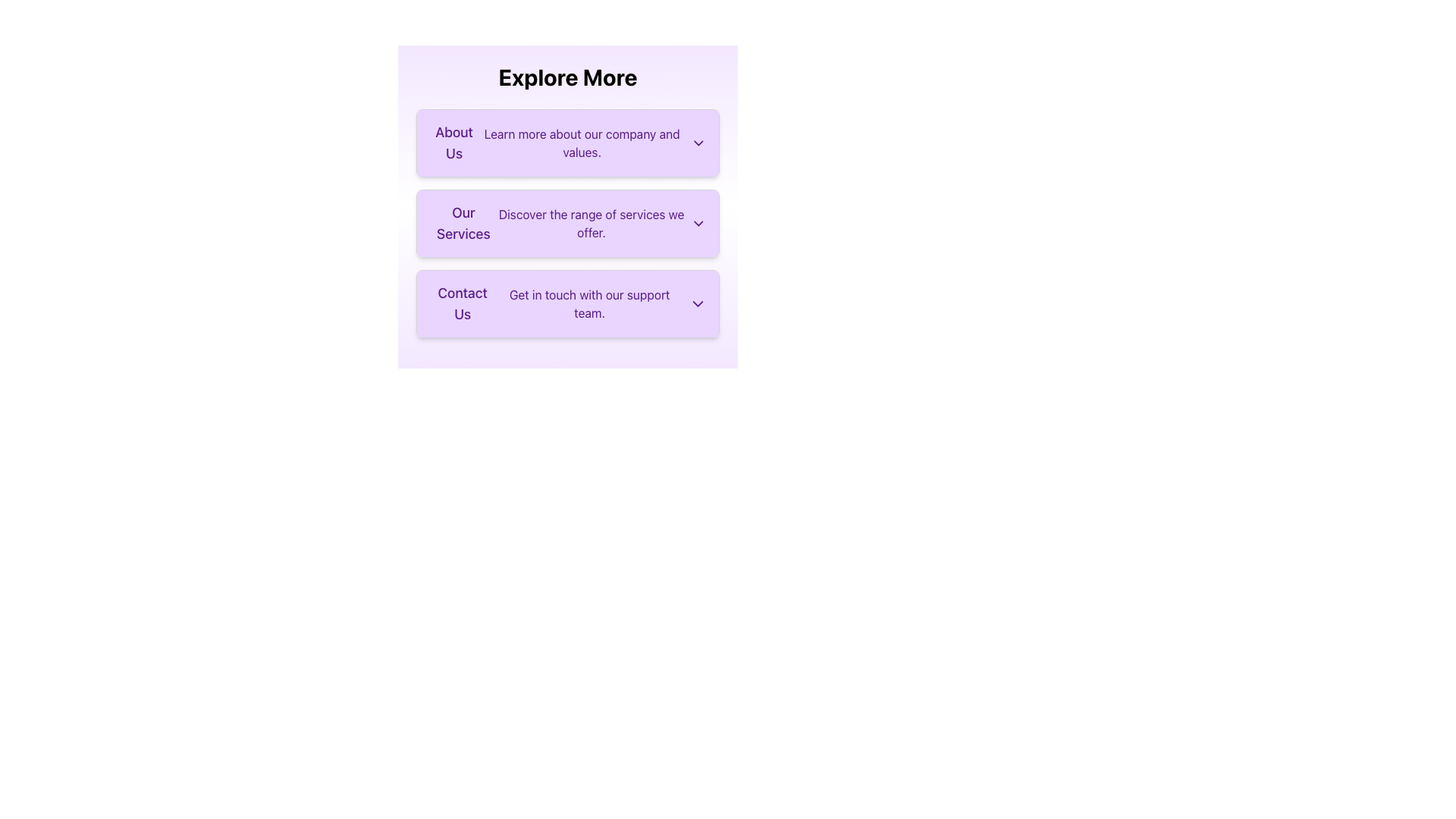  What do you see at coordinates (698, 143) in the screenshot?
I see `the chevron icon located on the far right side of the 'About Us' section` at bounding box center [698, 143].